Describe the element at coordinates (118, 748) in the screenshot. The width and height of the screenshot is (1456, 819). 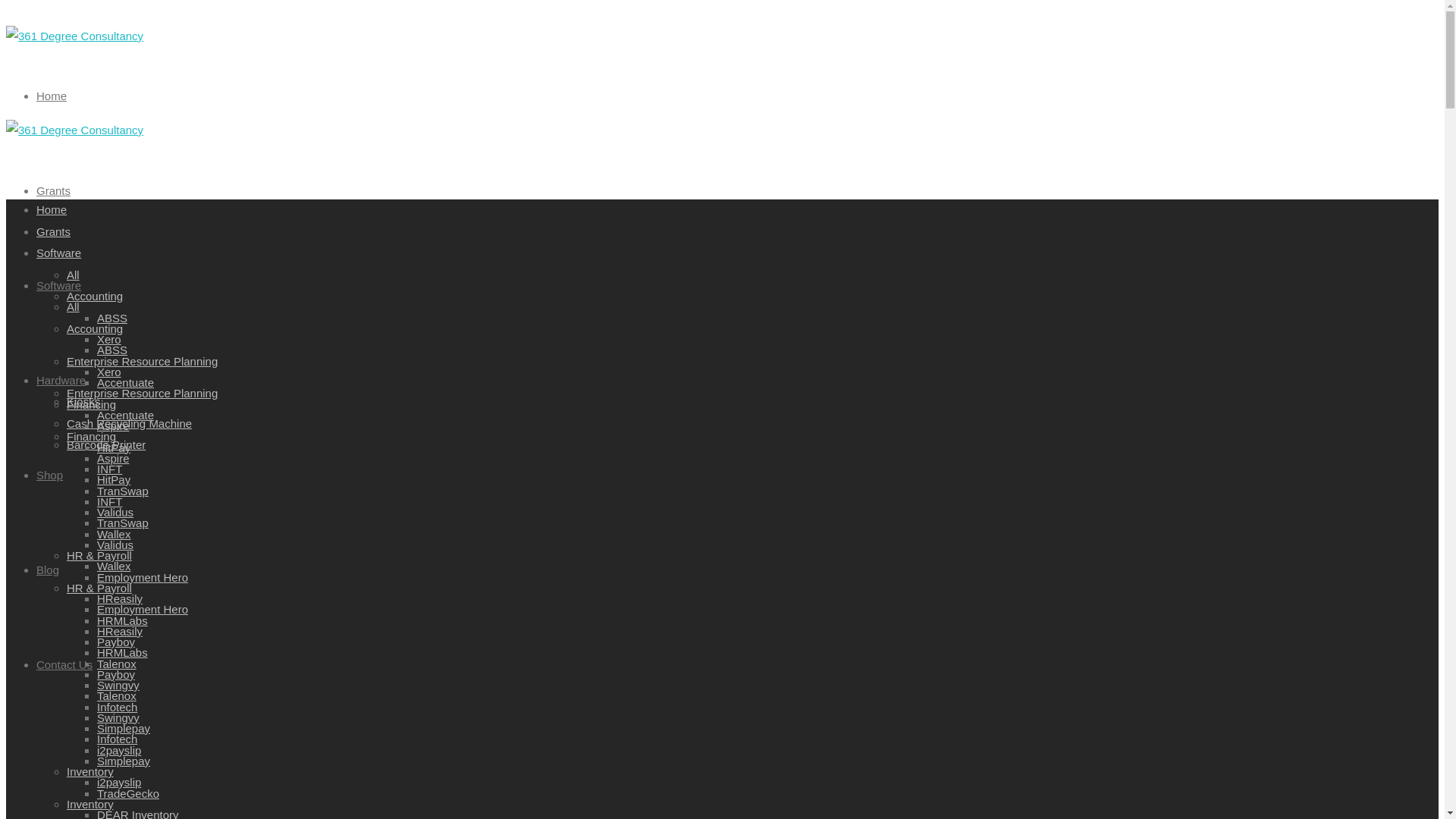
I see `'i2payslip'` at that location.